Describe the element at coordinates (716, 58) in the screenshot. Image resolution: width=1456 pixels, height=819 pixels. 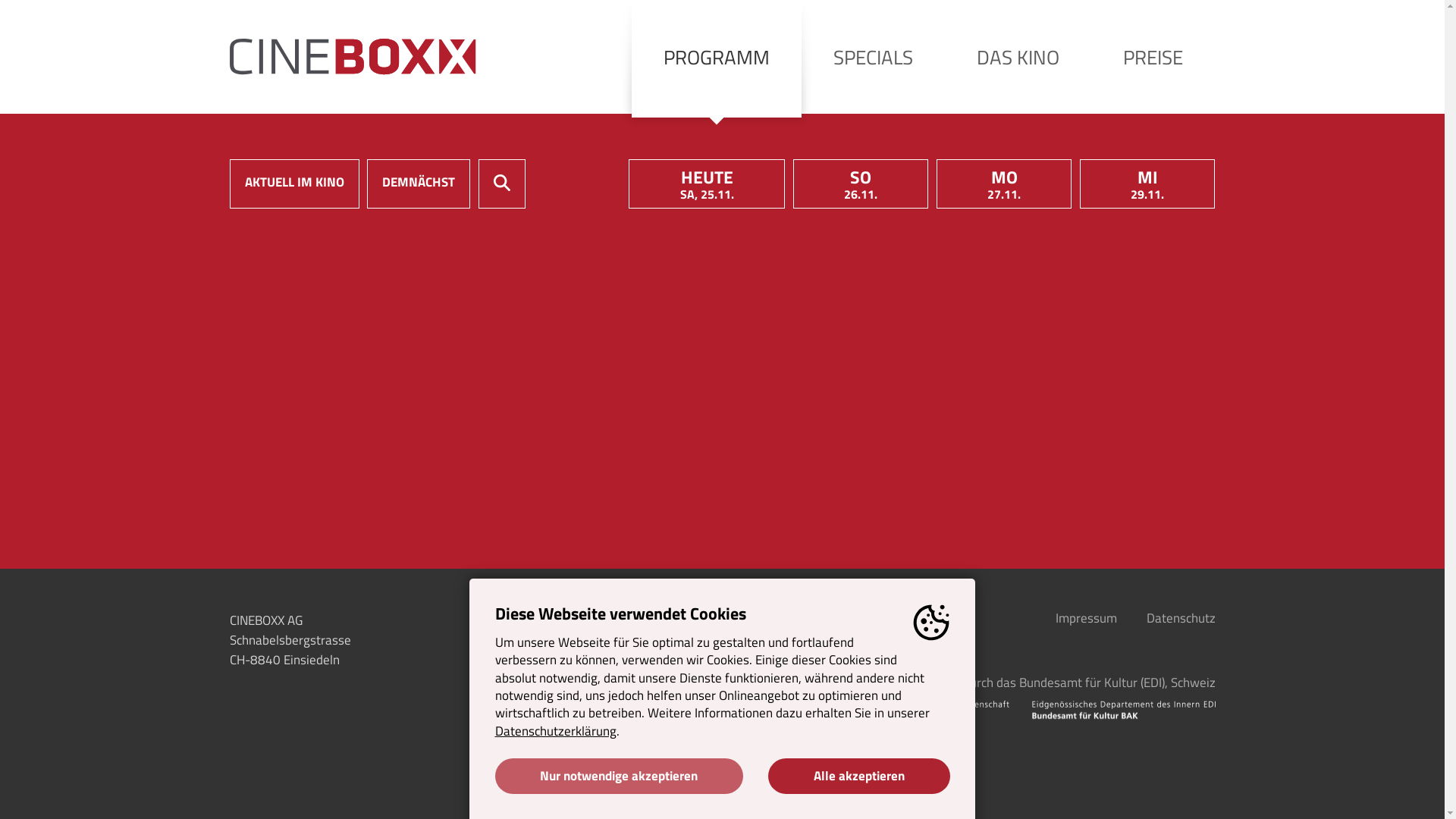
I see `'PROGRAMM'` at that location.